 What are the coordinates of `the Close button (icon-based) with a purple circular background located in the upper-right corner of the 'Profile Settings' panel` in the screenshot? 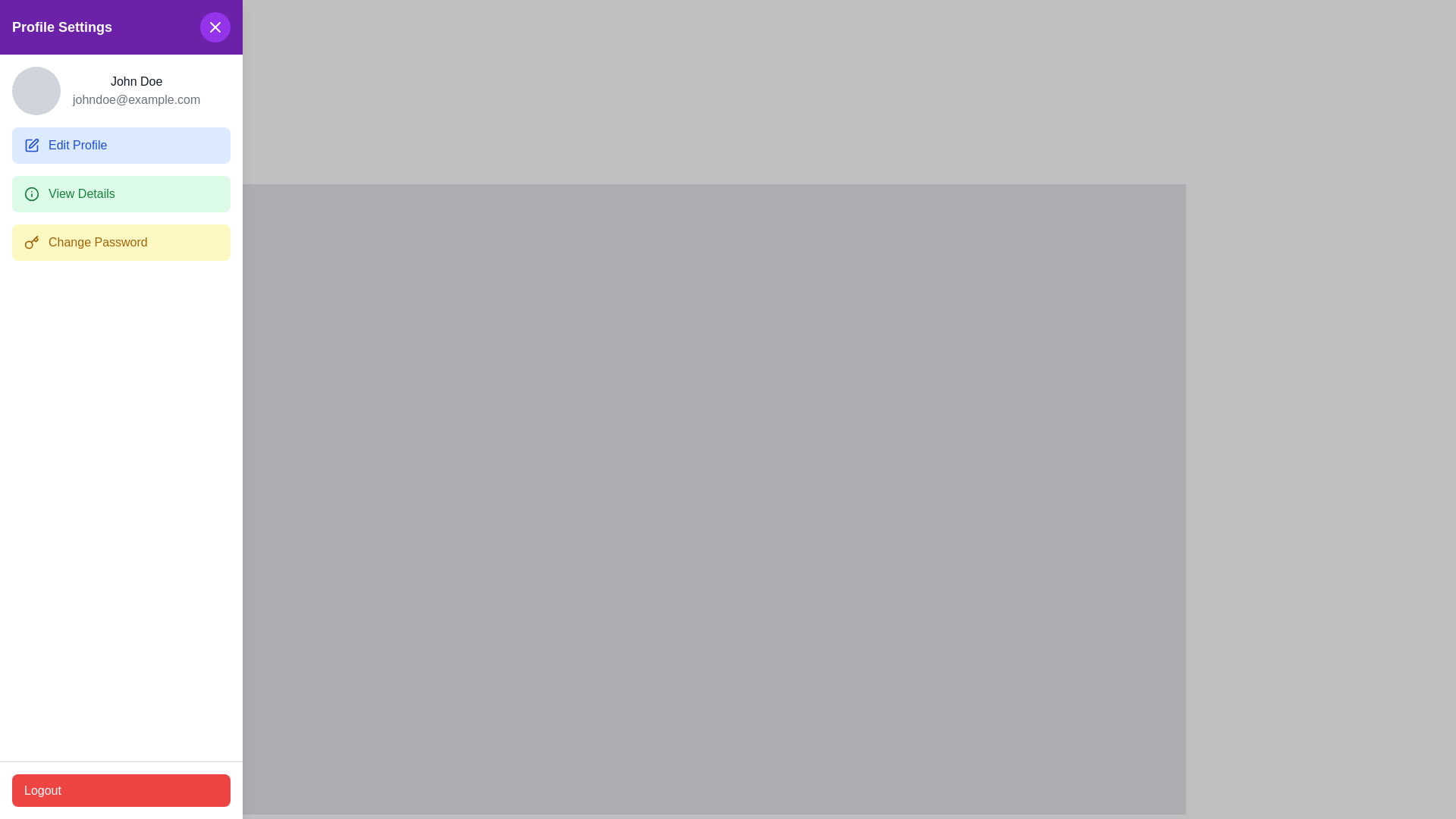 It's located at (214, 27).